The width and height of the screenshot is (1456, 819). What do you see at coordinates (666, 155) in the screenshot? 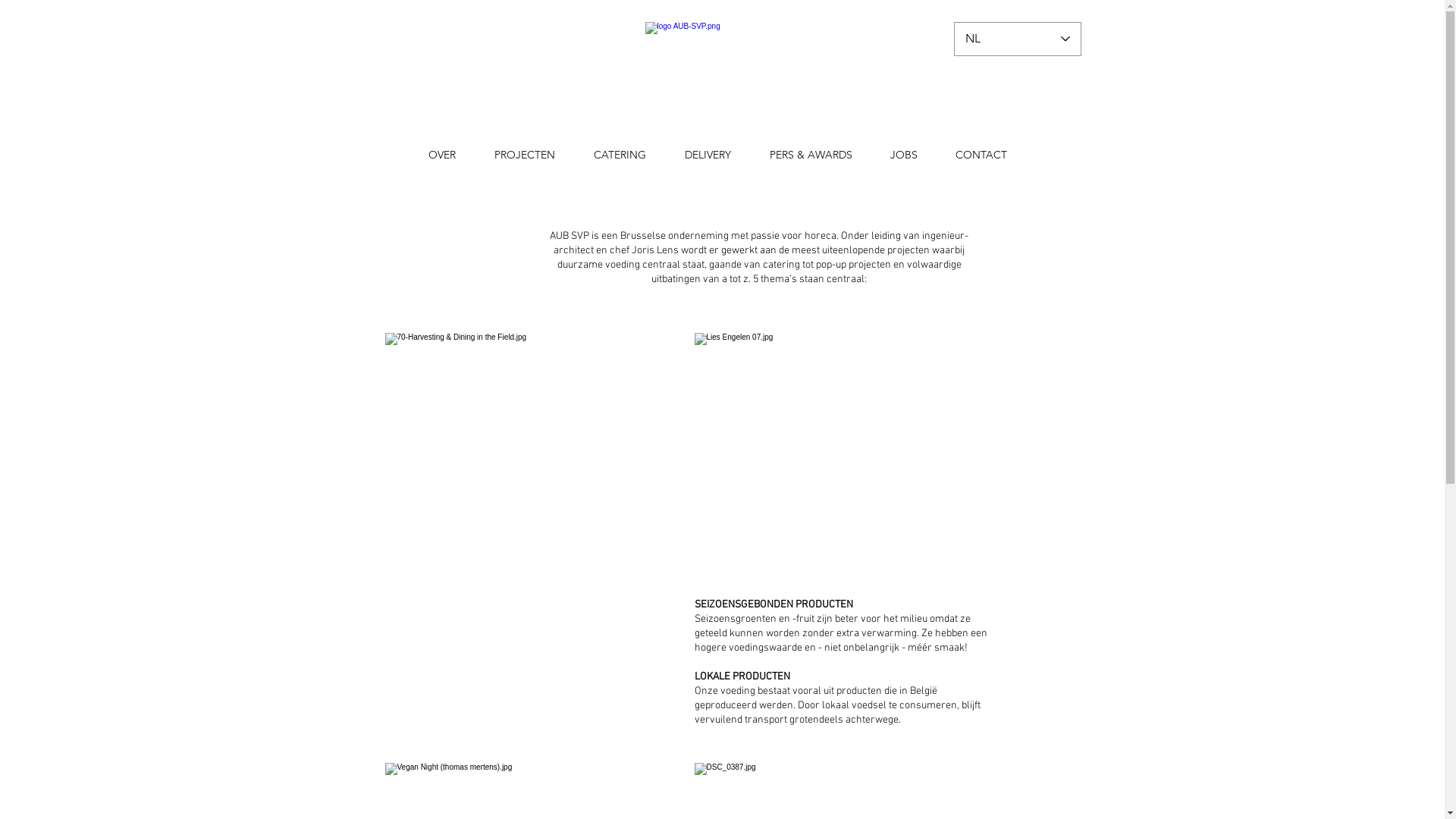
I see `'DELIVERY'` at bounding box center [666, 155].